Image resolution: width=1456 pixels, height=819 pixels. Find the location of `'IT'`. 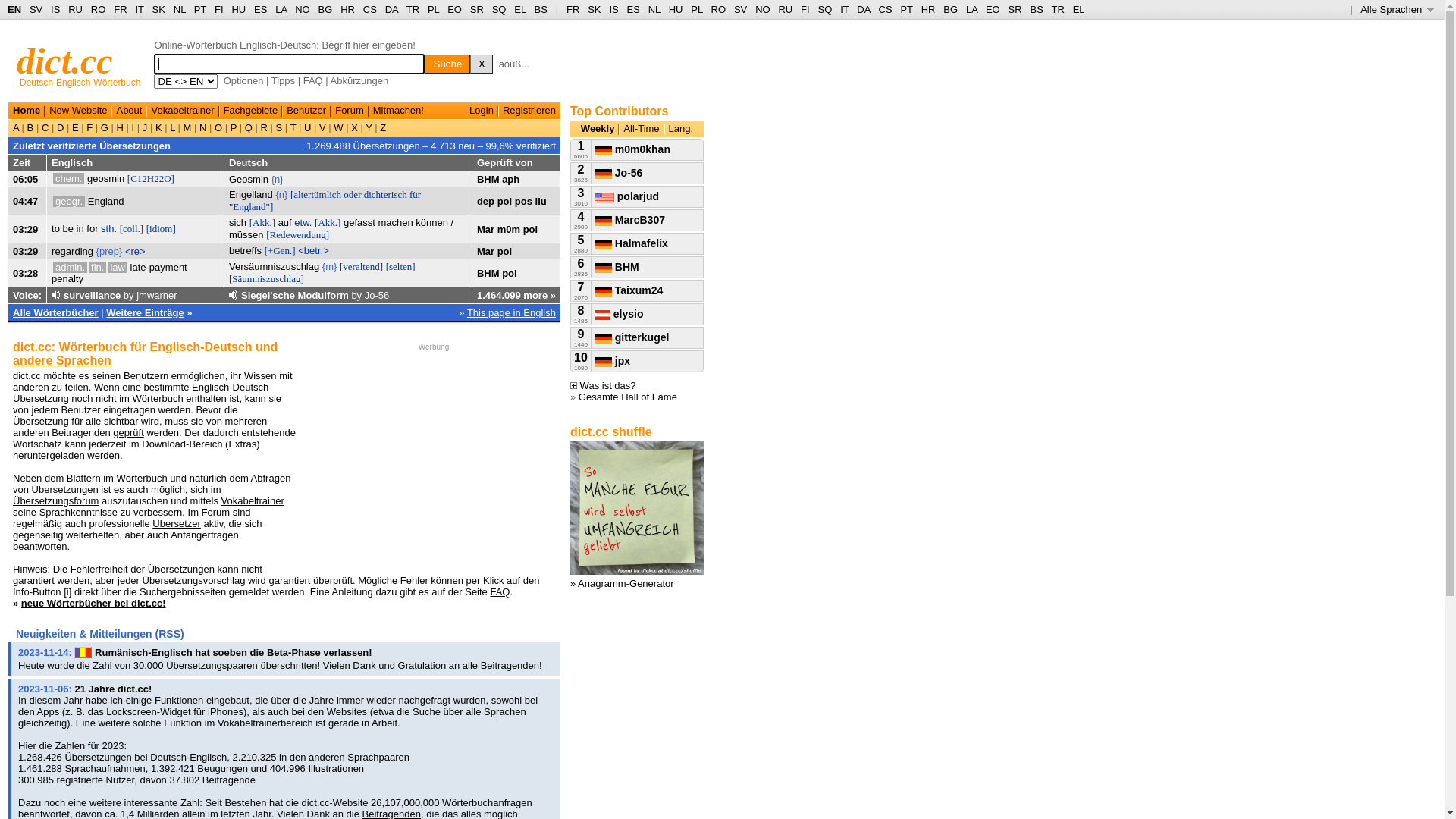

'IT' is located at coordinates (139, 9).